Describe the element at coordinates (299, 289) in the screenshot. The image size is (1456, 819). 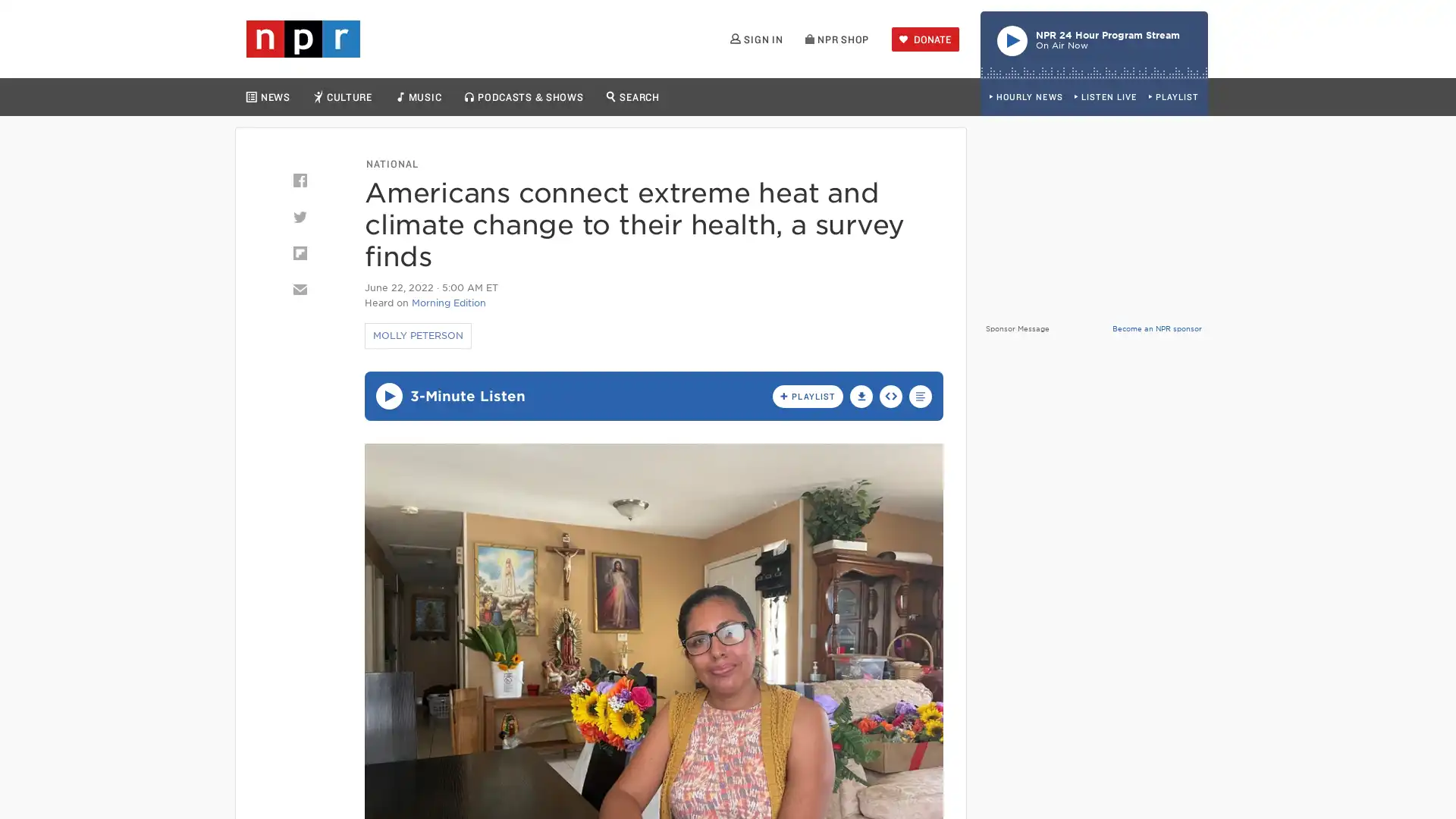
I see `Email` at that location.